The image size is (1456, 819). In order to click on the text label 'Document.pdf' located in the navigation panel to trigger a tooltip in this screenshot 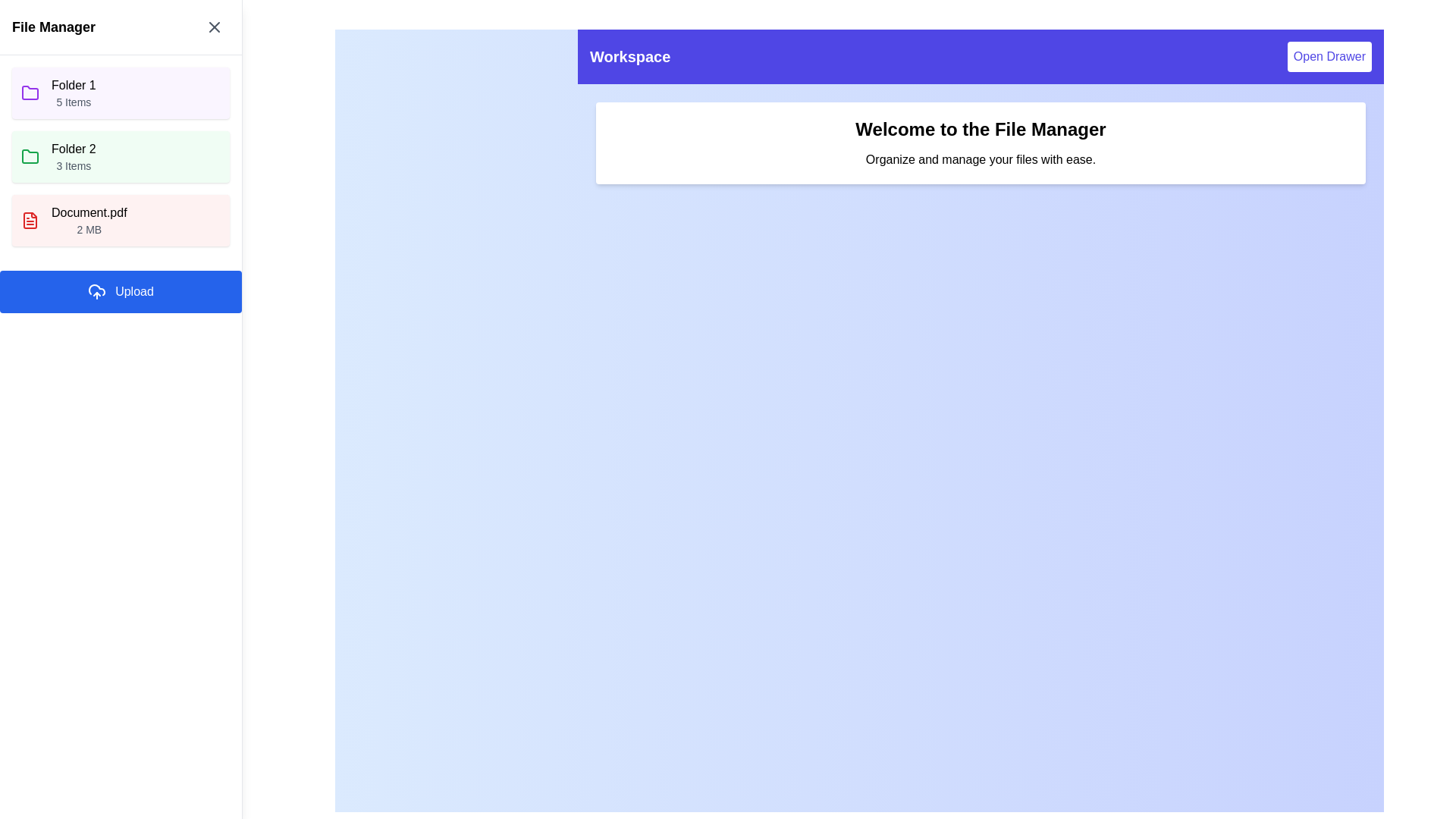, I will do `click(88, 213)`.